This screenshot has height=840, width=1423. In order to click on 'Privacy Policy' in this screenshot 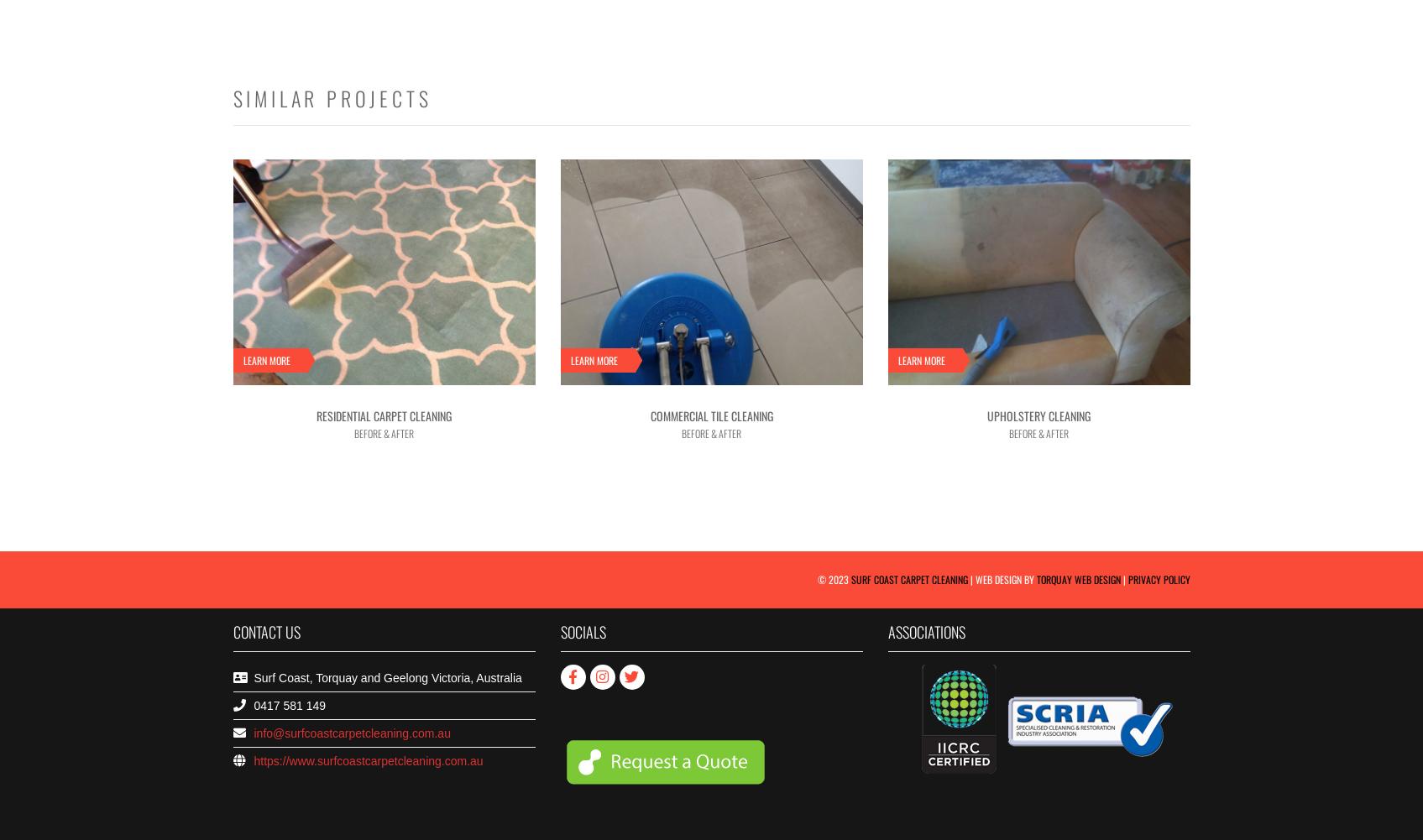, I will do `click(1127, 577)`.